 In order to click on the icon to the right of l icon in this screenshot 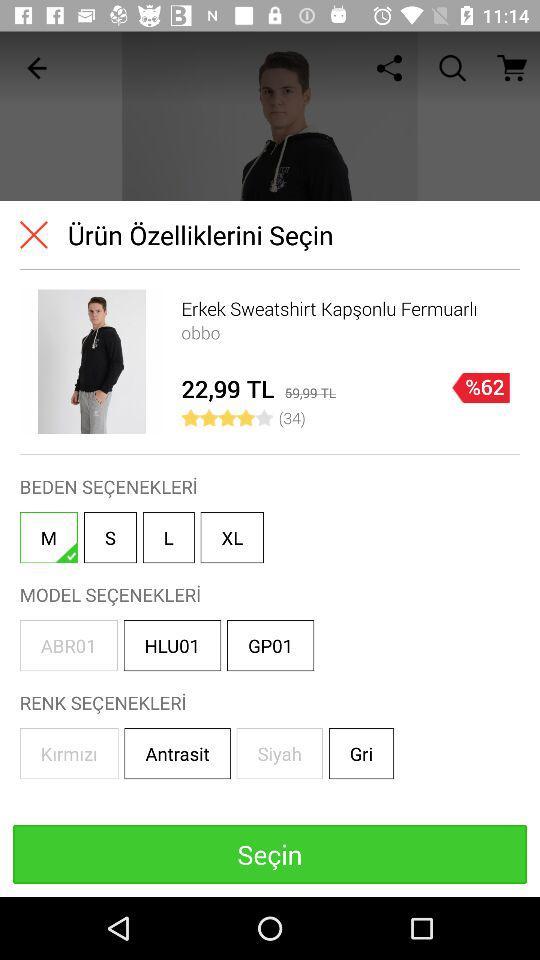, I will do `click(231, 536)`.